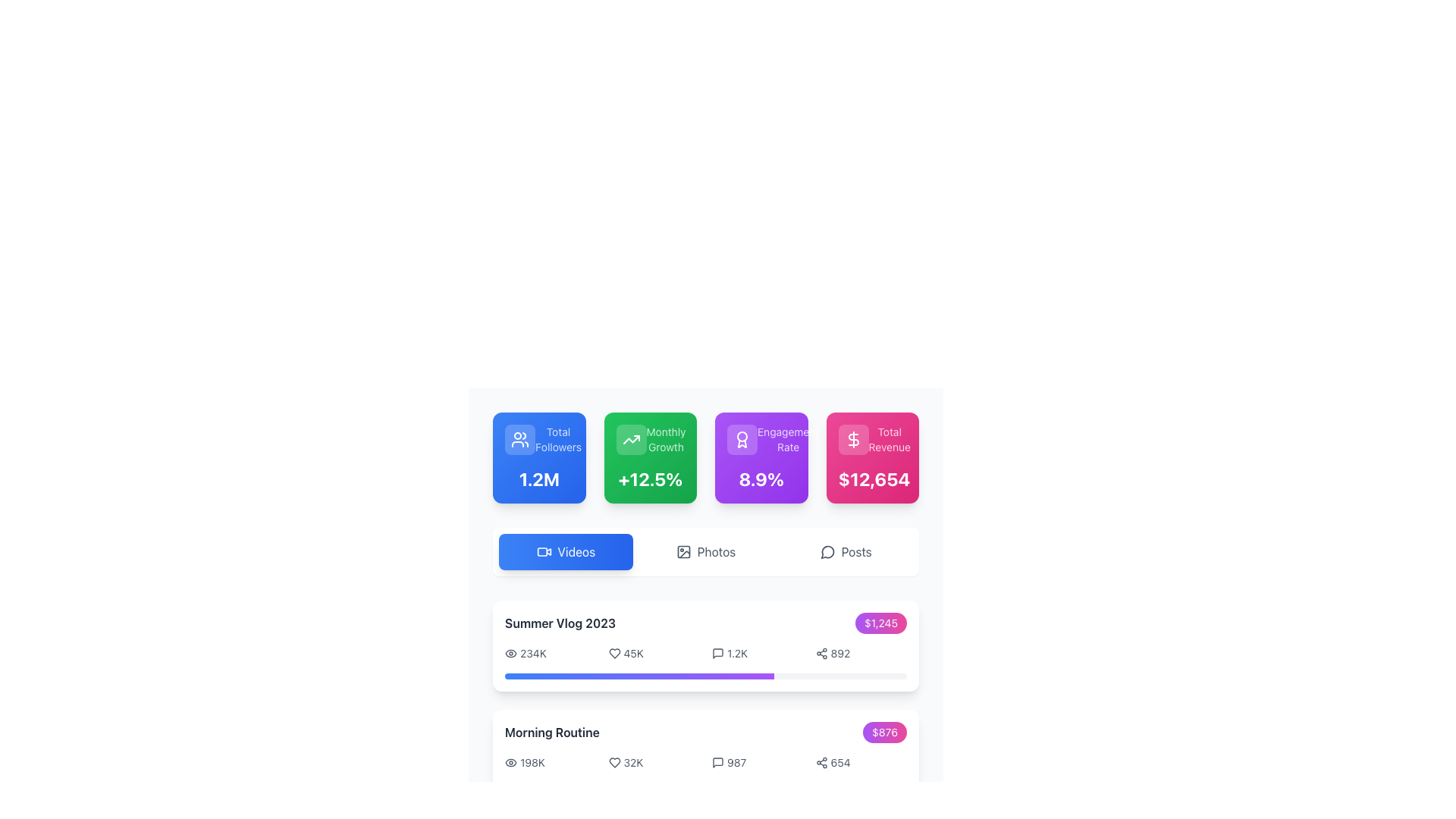 This screenshot has height=819, width=1456. What do you see at coordinates (872, 479) in the screenshot?
I see `the text display that shows the total revenue value, located at the bottom section of the fourth card on the dashboard interface, beneath the smaller text labeled 'Total Revenue'` at bounding box center [872, 479].